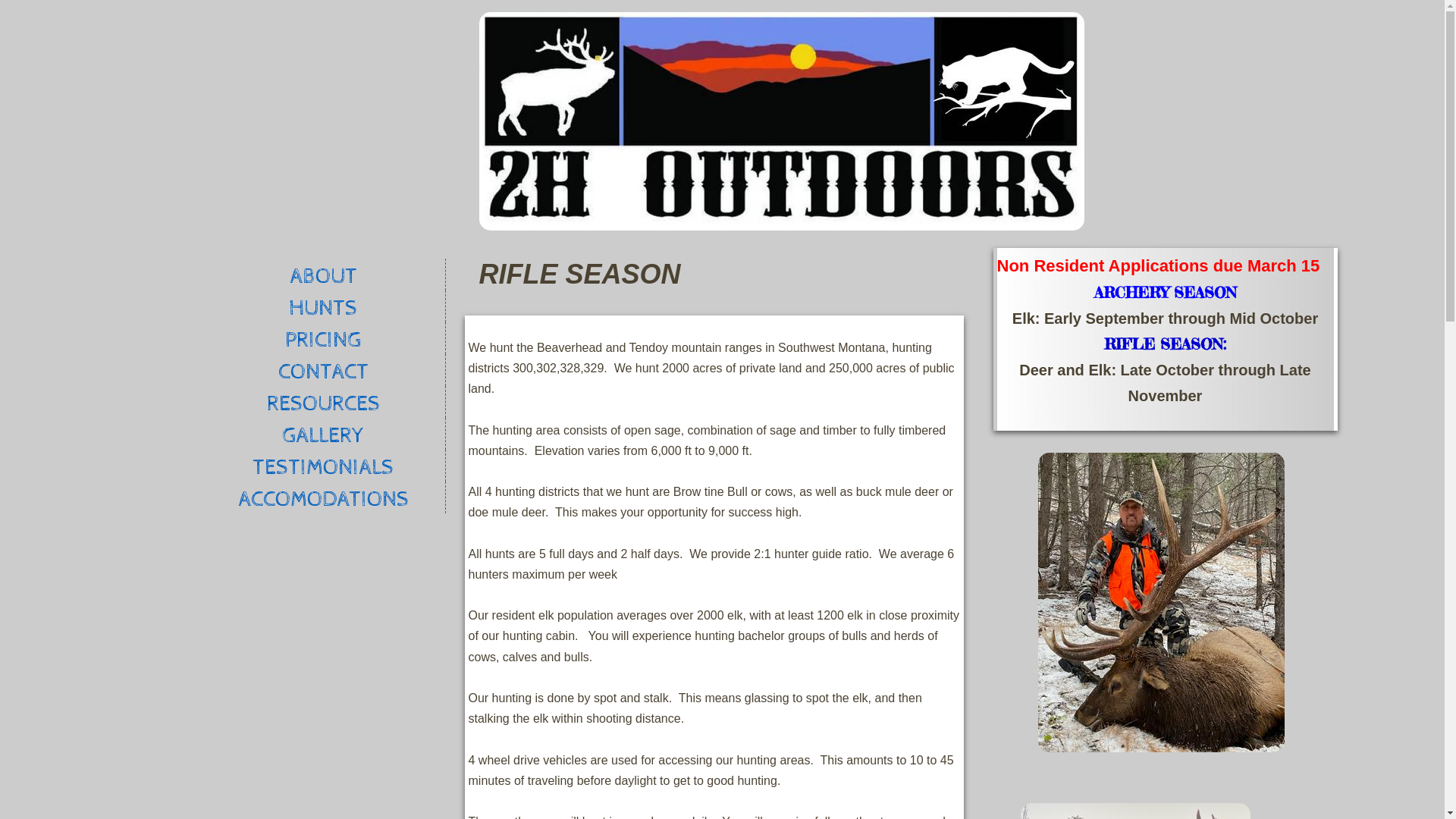 This screenshot has width=1456, height=819. Describe the element at coordinates (200, 275) in the screenshot. I see `'ABOUT'` at that location.